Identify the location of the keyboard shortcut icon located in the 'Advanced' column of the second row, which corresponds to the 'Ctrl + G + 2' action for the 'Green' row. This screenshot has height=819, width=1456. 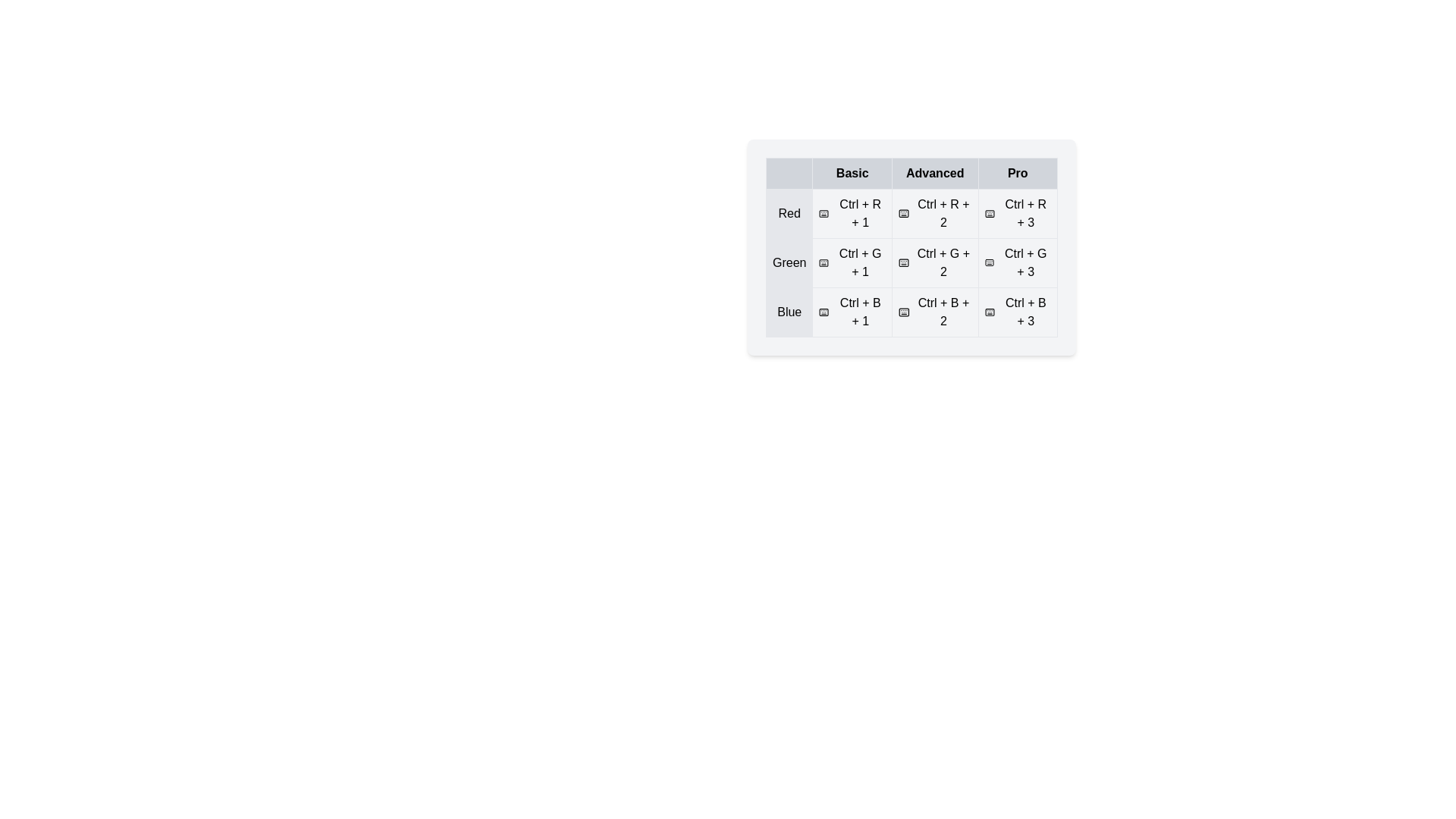
(904, 262).